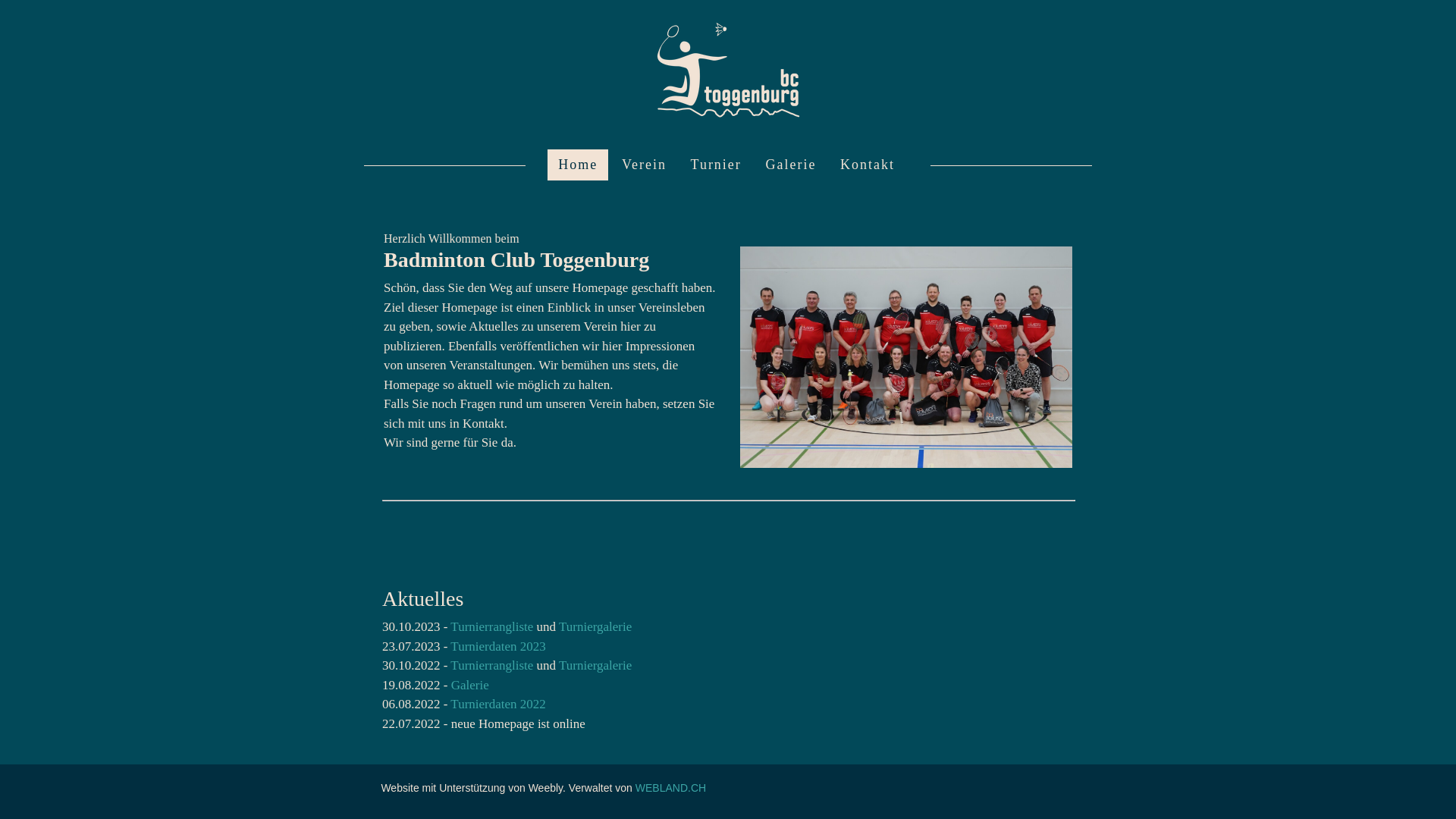 The image size is (1456, 819). What do you see at coordinates (829, 165) in the screenshot?
I see `'Kontakt'` at bounding box center [829, 165].